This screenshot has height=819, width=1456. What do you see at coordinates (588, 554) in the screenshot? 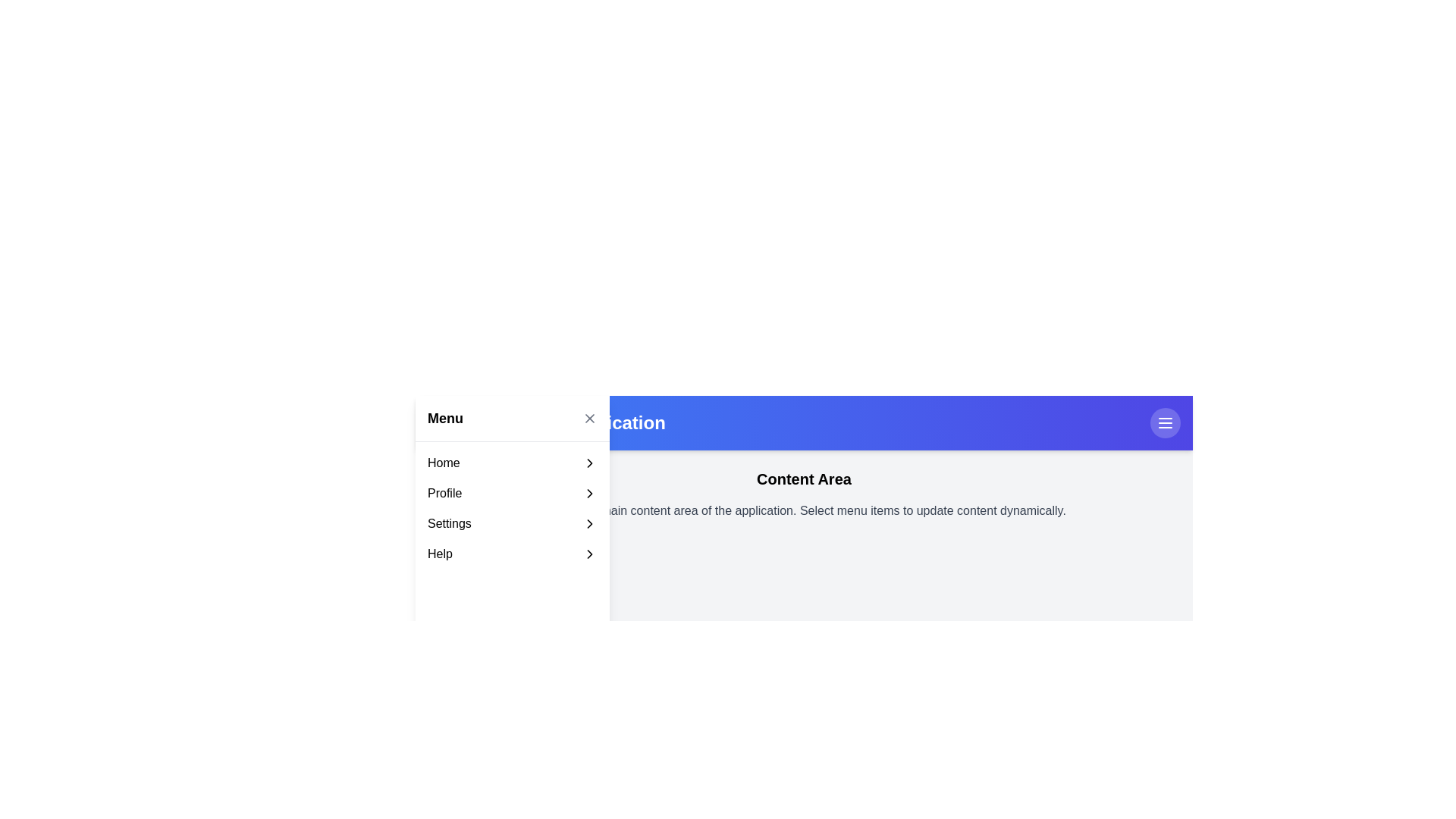
I see `the last chevron icon in the rightmost area of the 'Help' menu item, which indicates further content or an associated action` at bounding box center [588, 554].